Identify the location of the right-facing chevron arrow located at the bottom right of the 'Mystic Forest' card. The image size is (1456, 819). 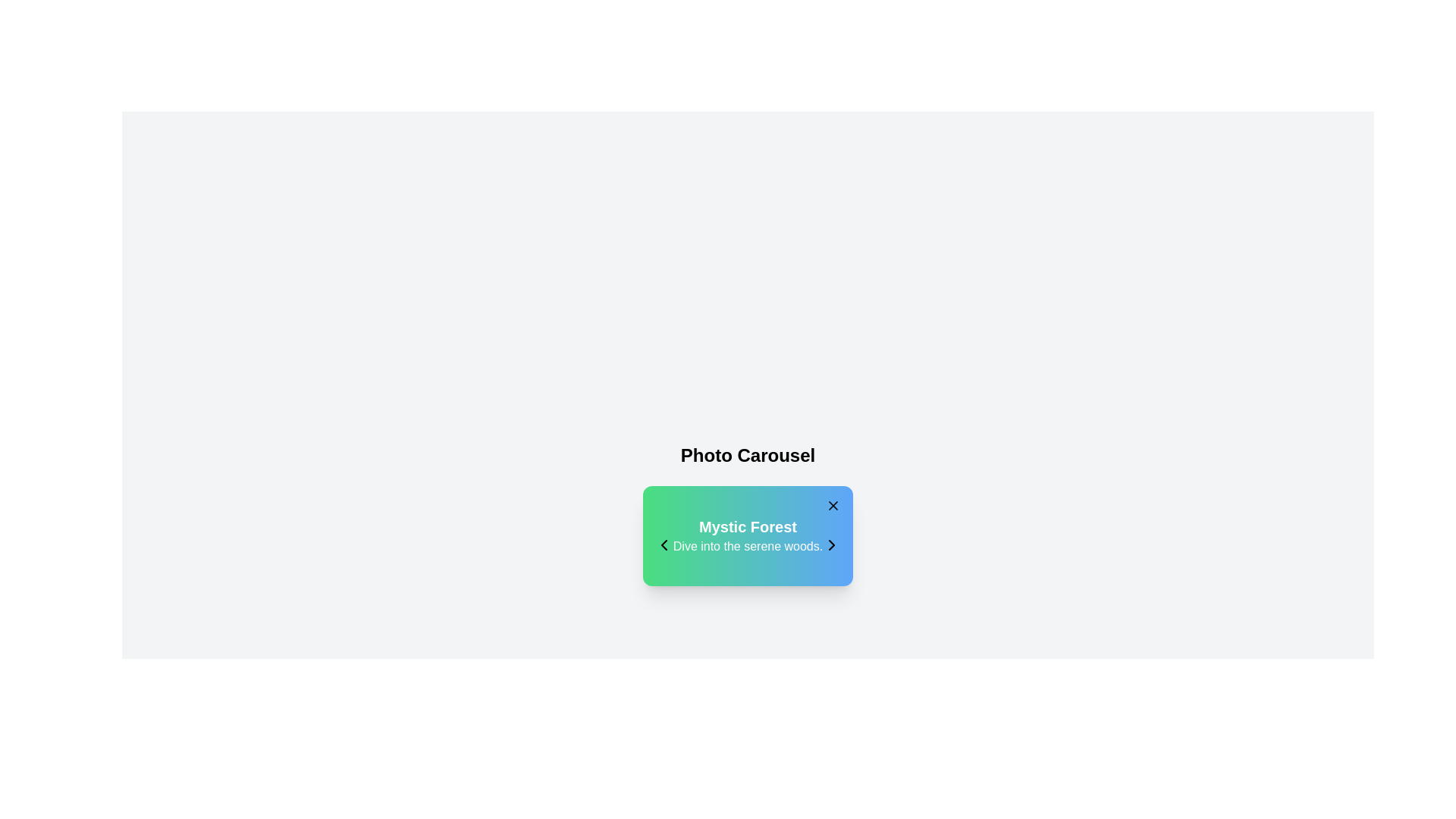
(831, 544).